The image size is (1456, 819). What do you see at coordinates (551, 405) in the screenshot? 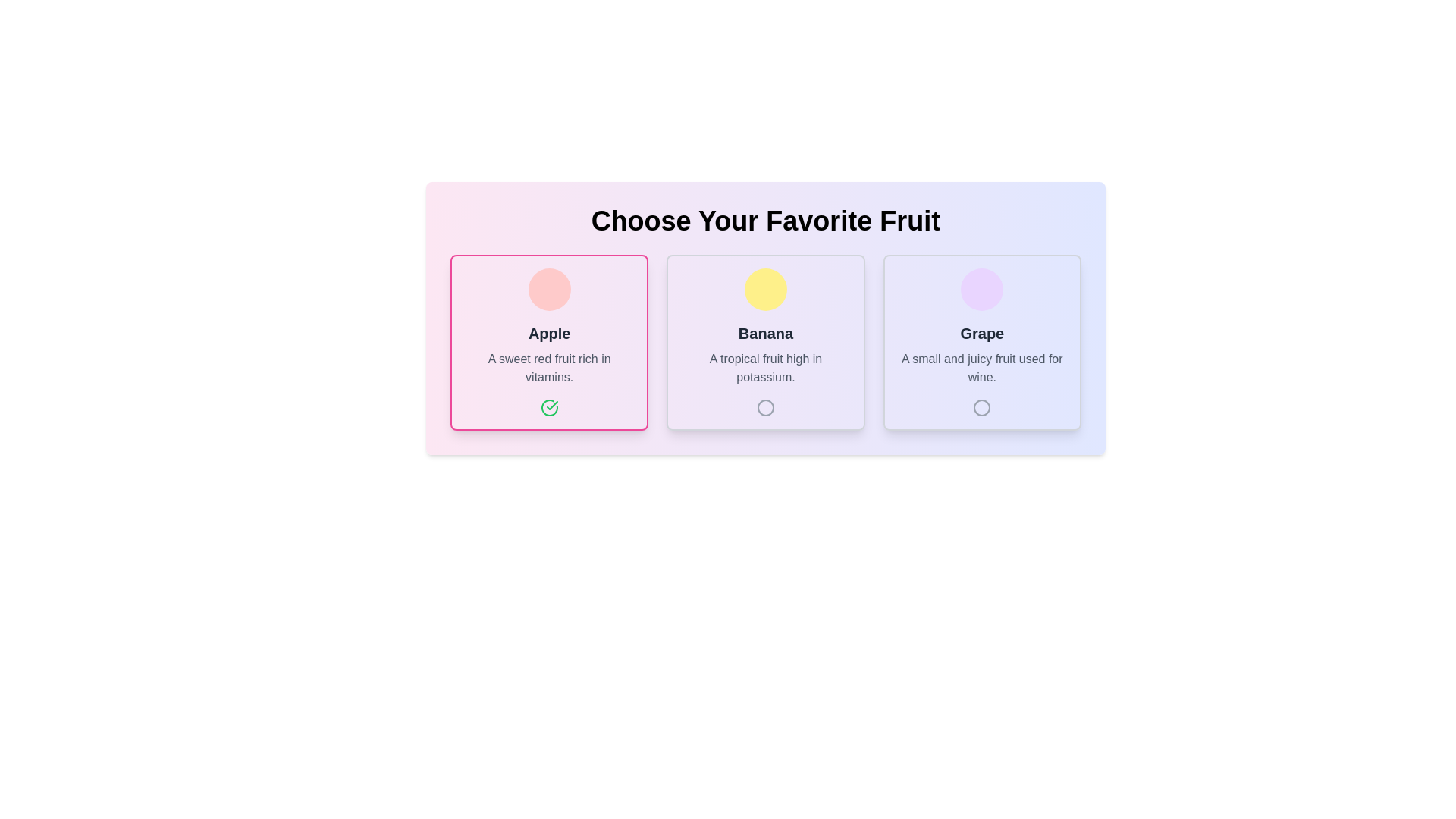
I see `the green checkmark icon that indicates a successful action, located within the selection box for the 'Apple' choice card` at bounding box center [551, 405].